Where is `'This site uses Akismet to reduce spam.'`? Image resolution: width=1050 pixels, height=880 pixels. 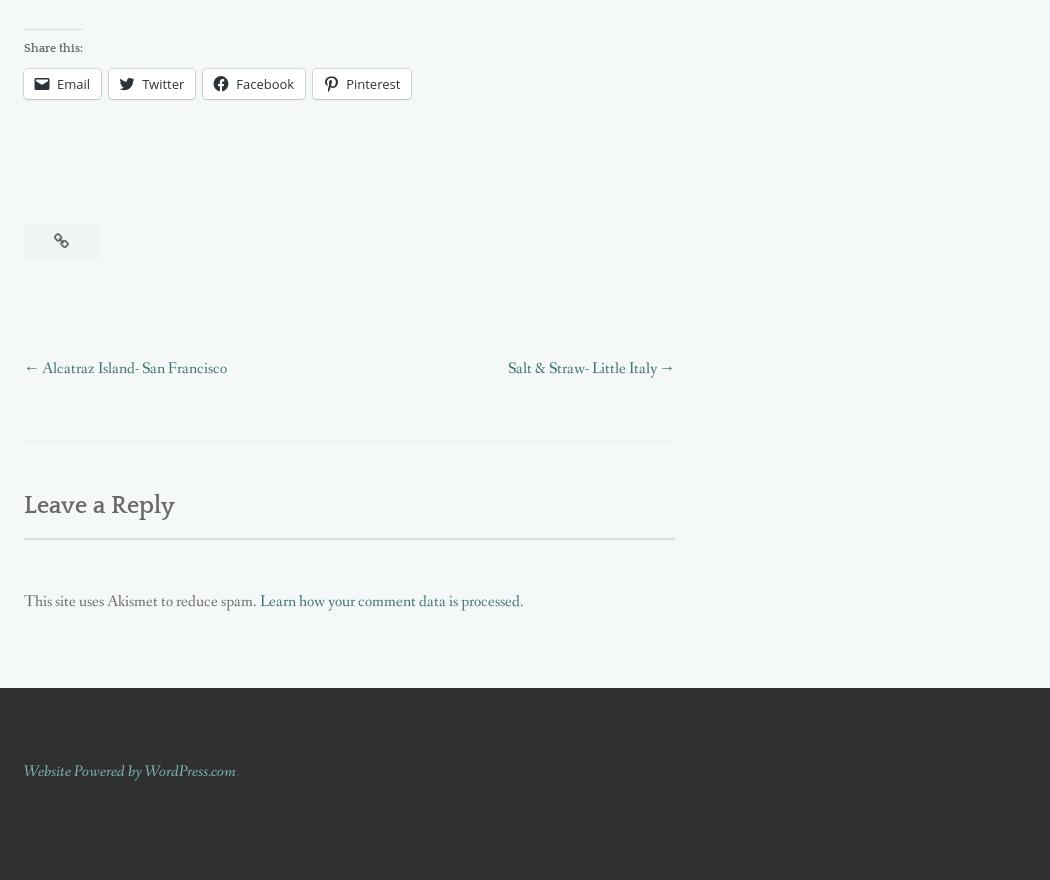 'This site uses Akismet to reduce spam.' is located at coordinates (140, 600).